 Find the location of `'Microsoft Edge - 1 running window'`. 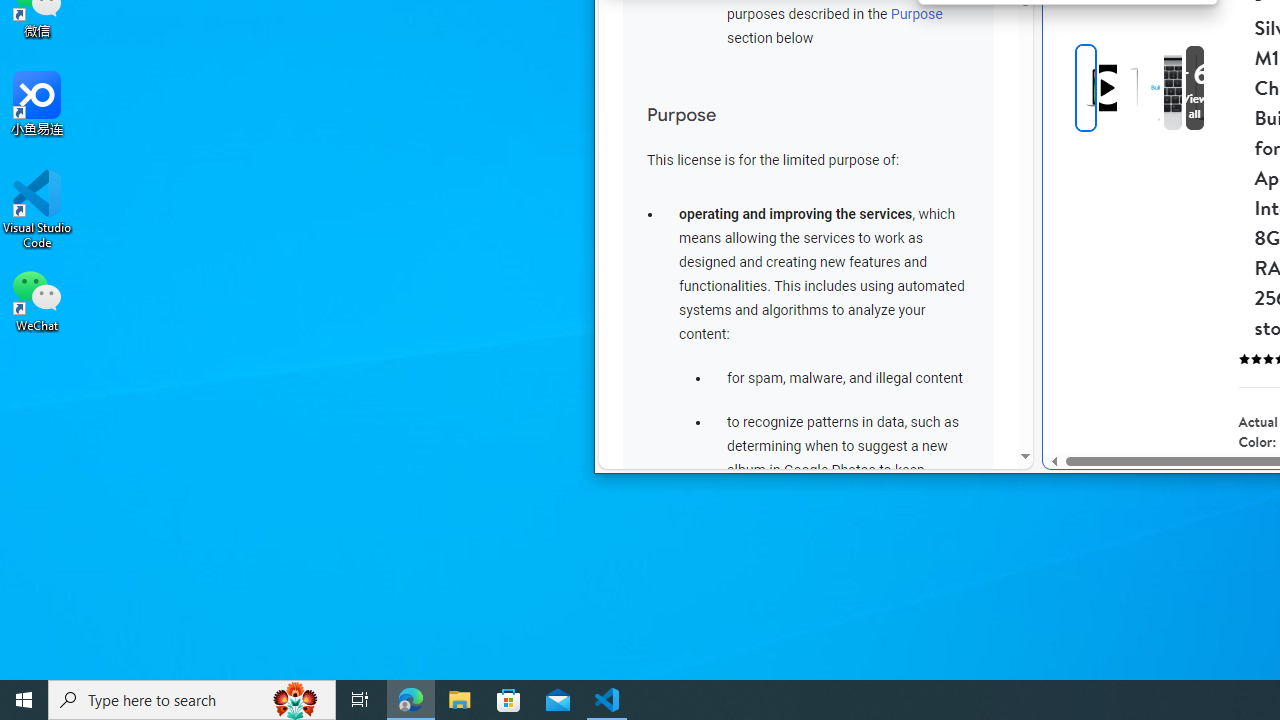

'Microsoft Edge - 1 running window' is located at coordinates (410, 698).